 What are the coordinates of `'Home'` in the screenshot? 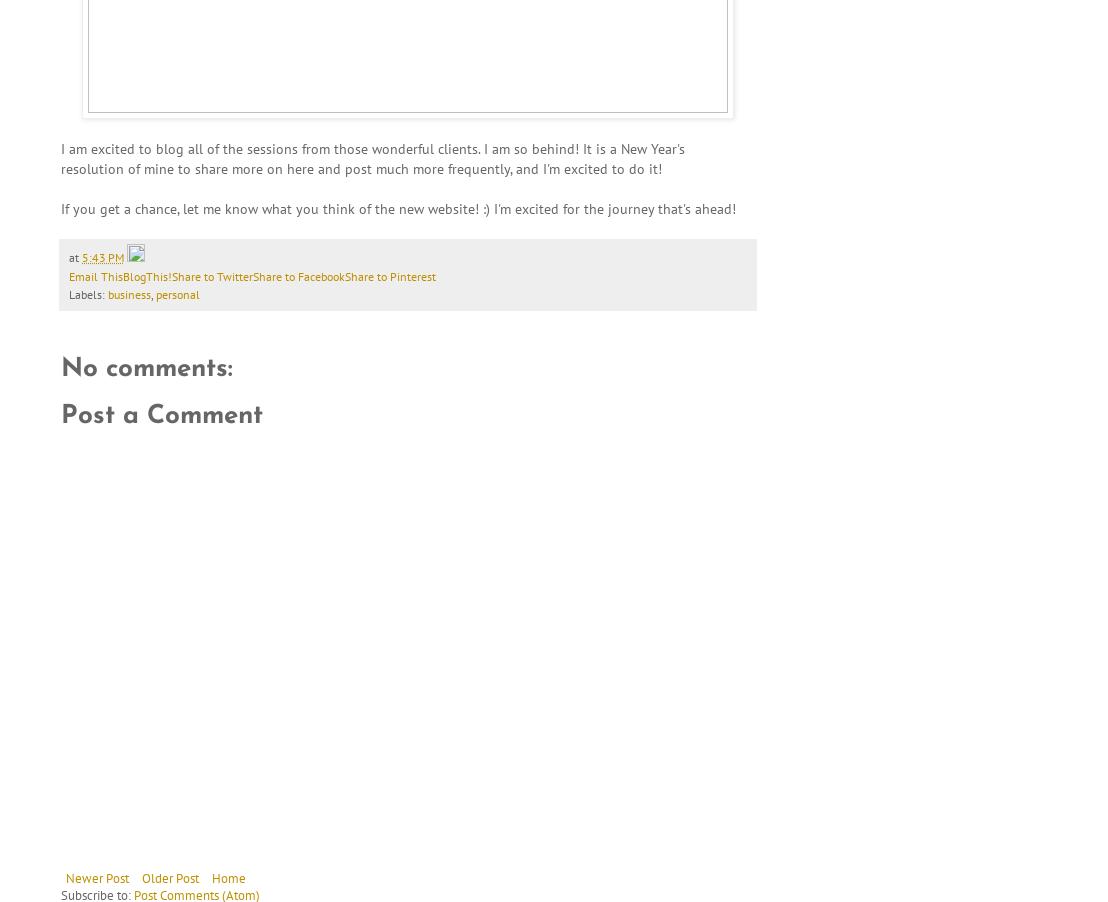 It's located at (229, 877).